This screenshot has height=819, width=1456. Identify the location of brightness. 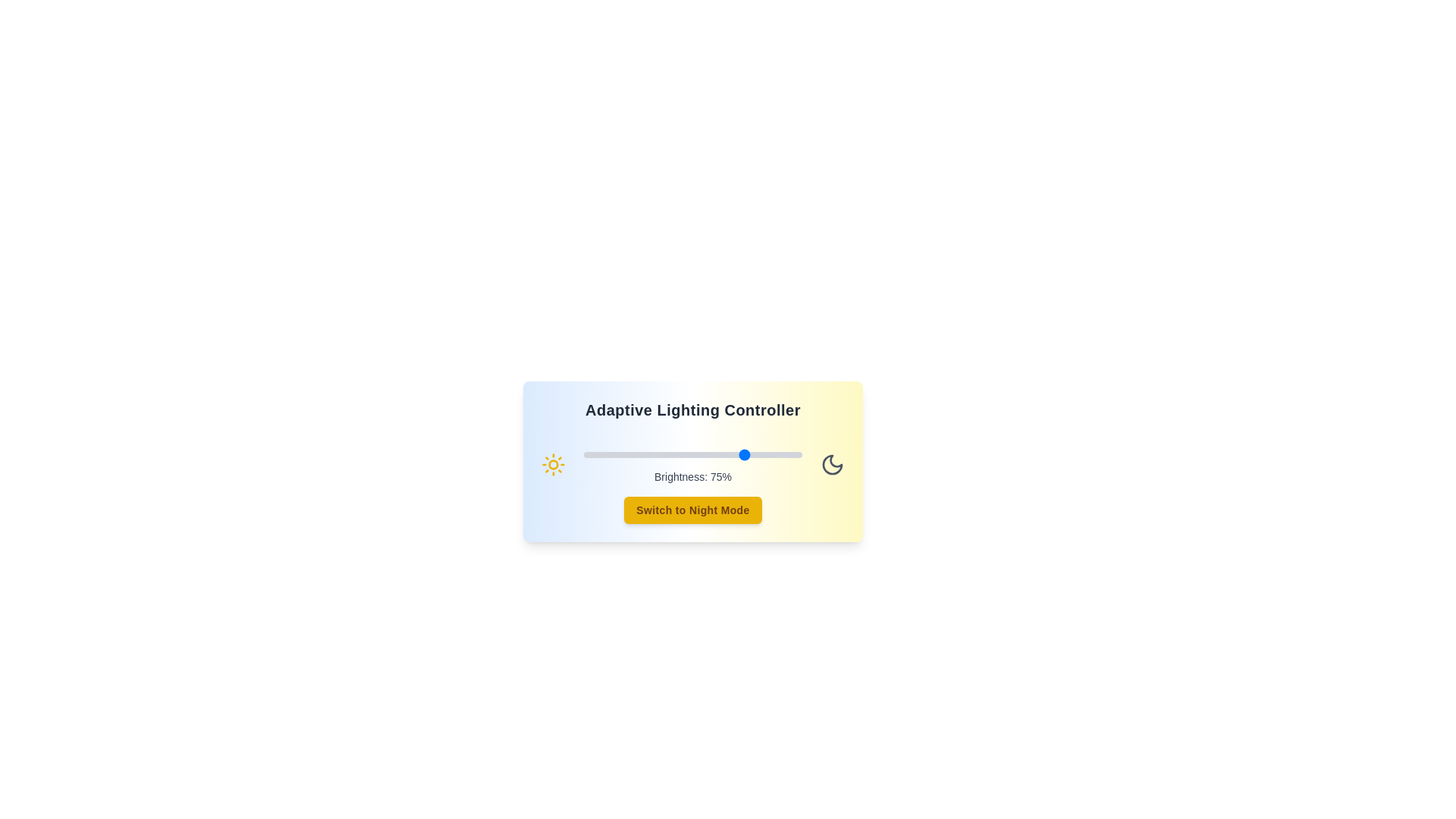
(610, 454).